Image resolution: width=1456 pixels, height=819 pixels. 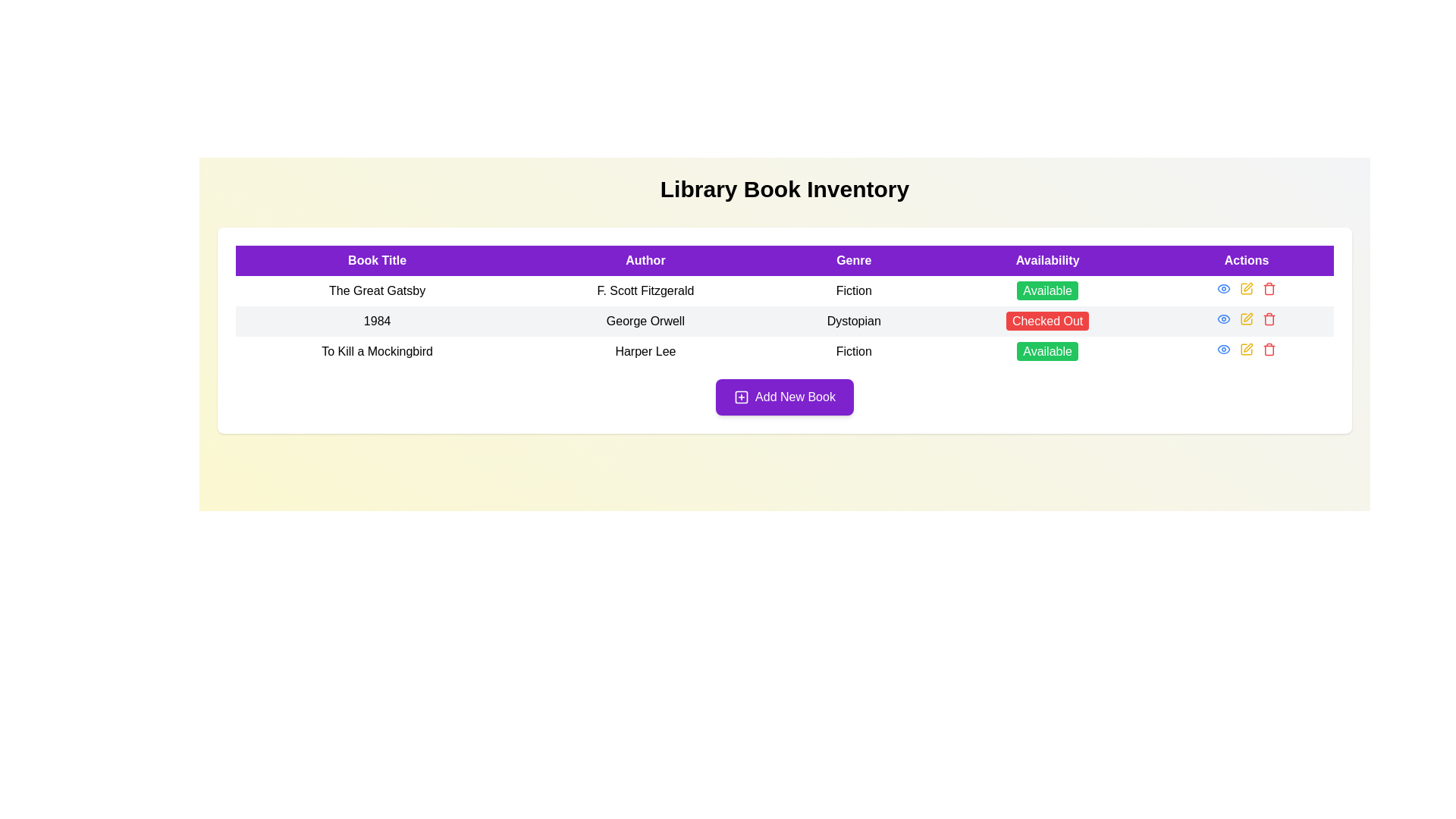 What do you see at coordinates (1247, 318) in the screenshot?
I see `the interactive edit button for the book titled '1984' located in the 'Actions' column of the second row in the table` at bounding box center [1247, 318].